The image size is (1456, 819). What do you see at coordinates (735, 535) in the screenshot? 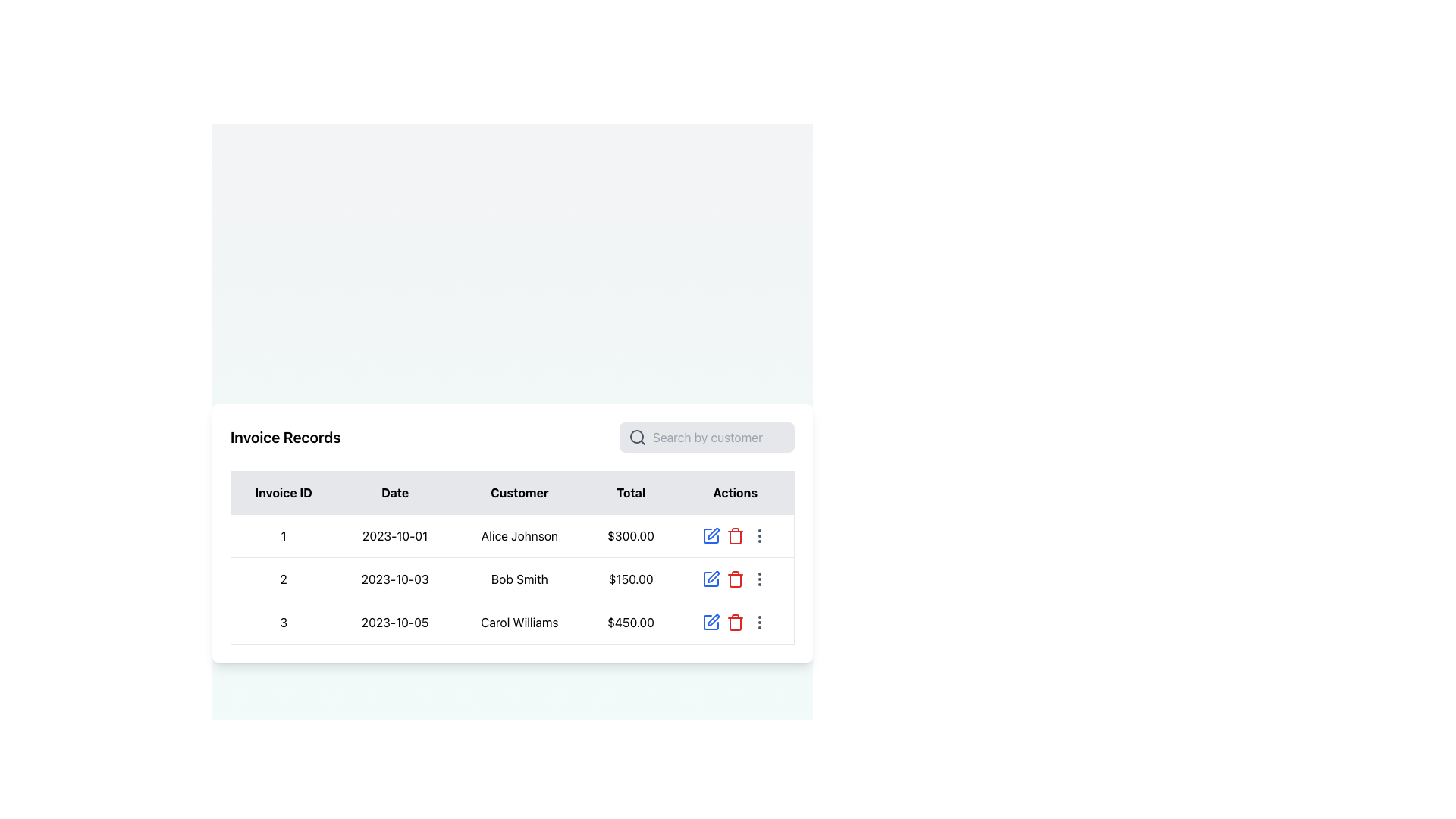
I see `the delete icon button in the Actions column of the first row` at bounding box center [735, 535].